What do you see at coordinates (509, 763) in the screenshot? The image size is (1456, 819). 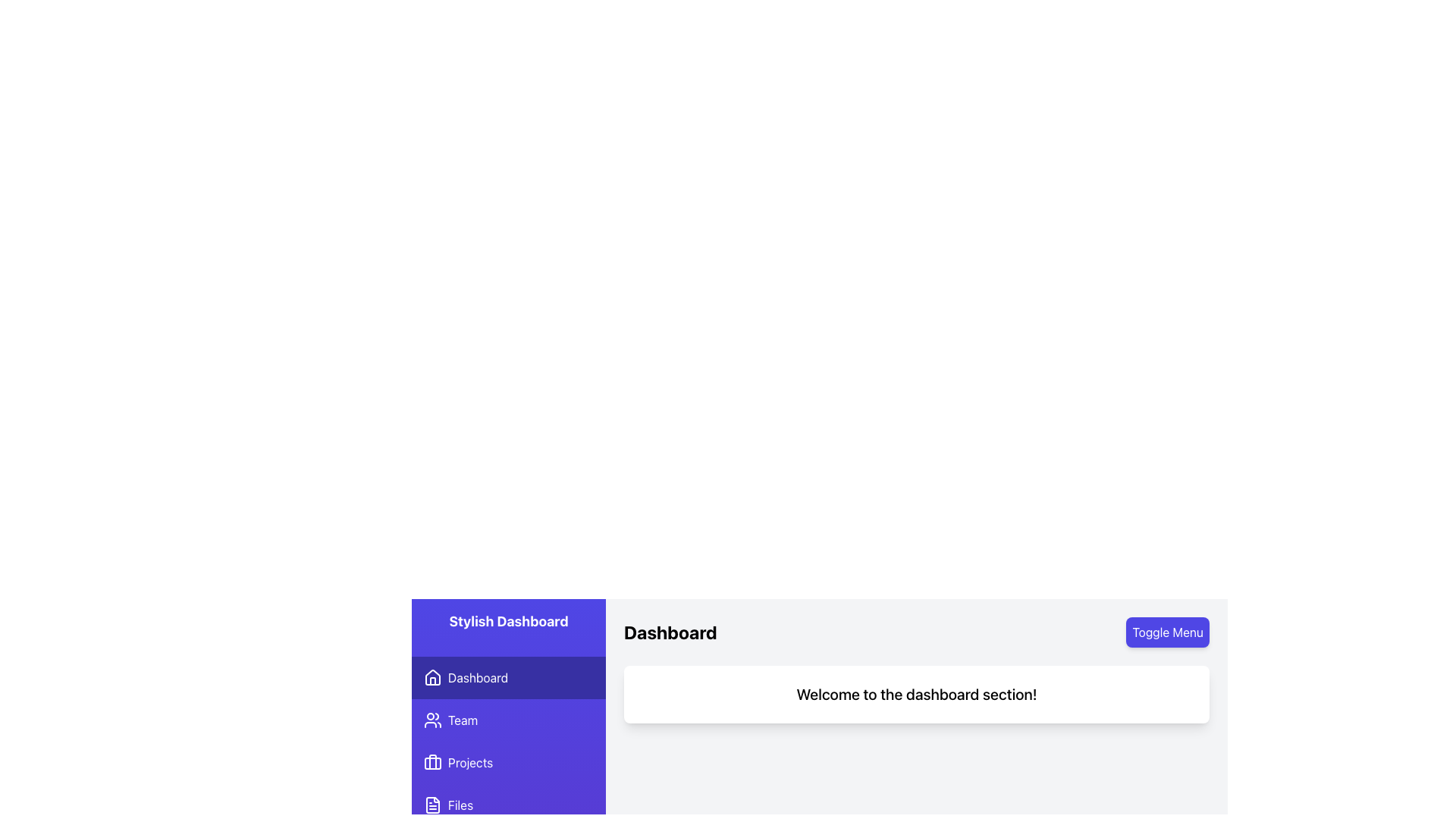 I see `the button labeled 'Projects' located in the sidebar menu, which is the third button below 'Team' and above 'Files'` at bounding box center [509, 763].